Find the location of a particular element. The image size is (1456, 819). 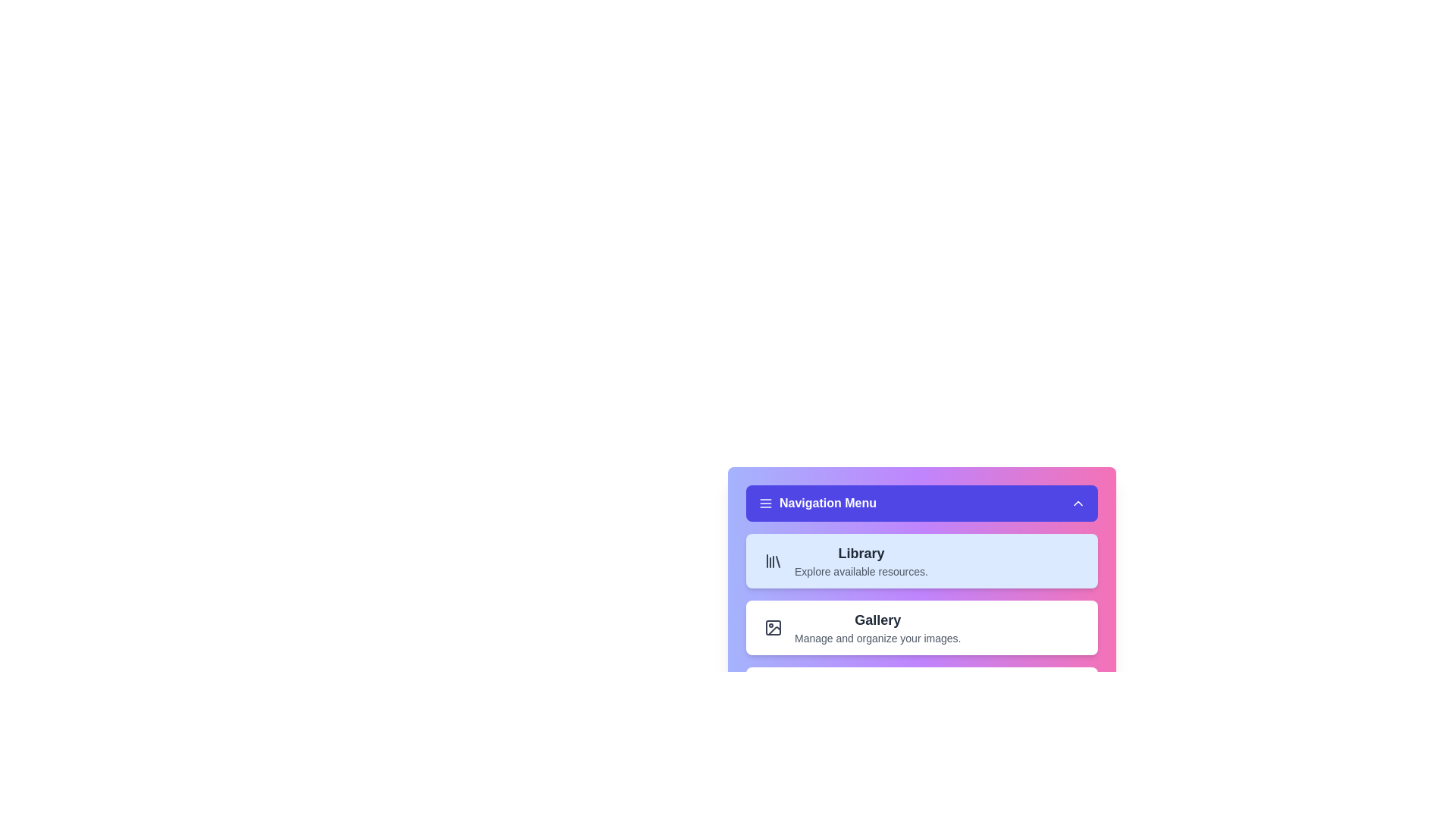

the menu option Library to observe its effects is located at coordinates (921, 561).